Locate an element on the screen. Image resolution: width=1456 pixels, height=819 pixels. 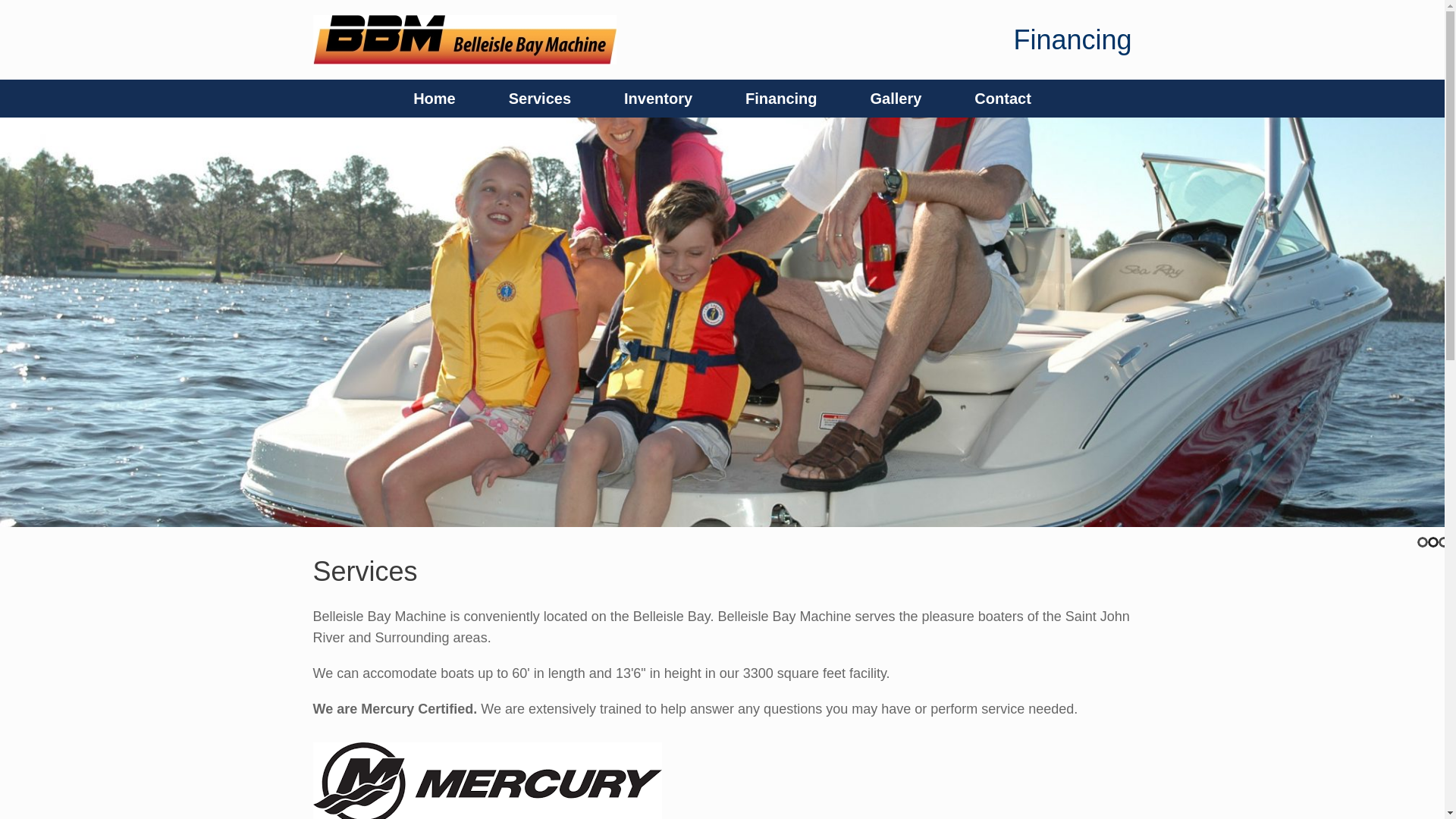
'Contact' is located at coordinates (1002, 99).